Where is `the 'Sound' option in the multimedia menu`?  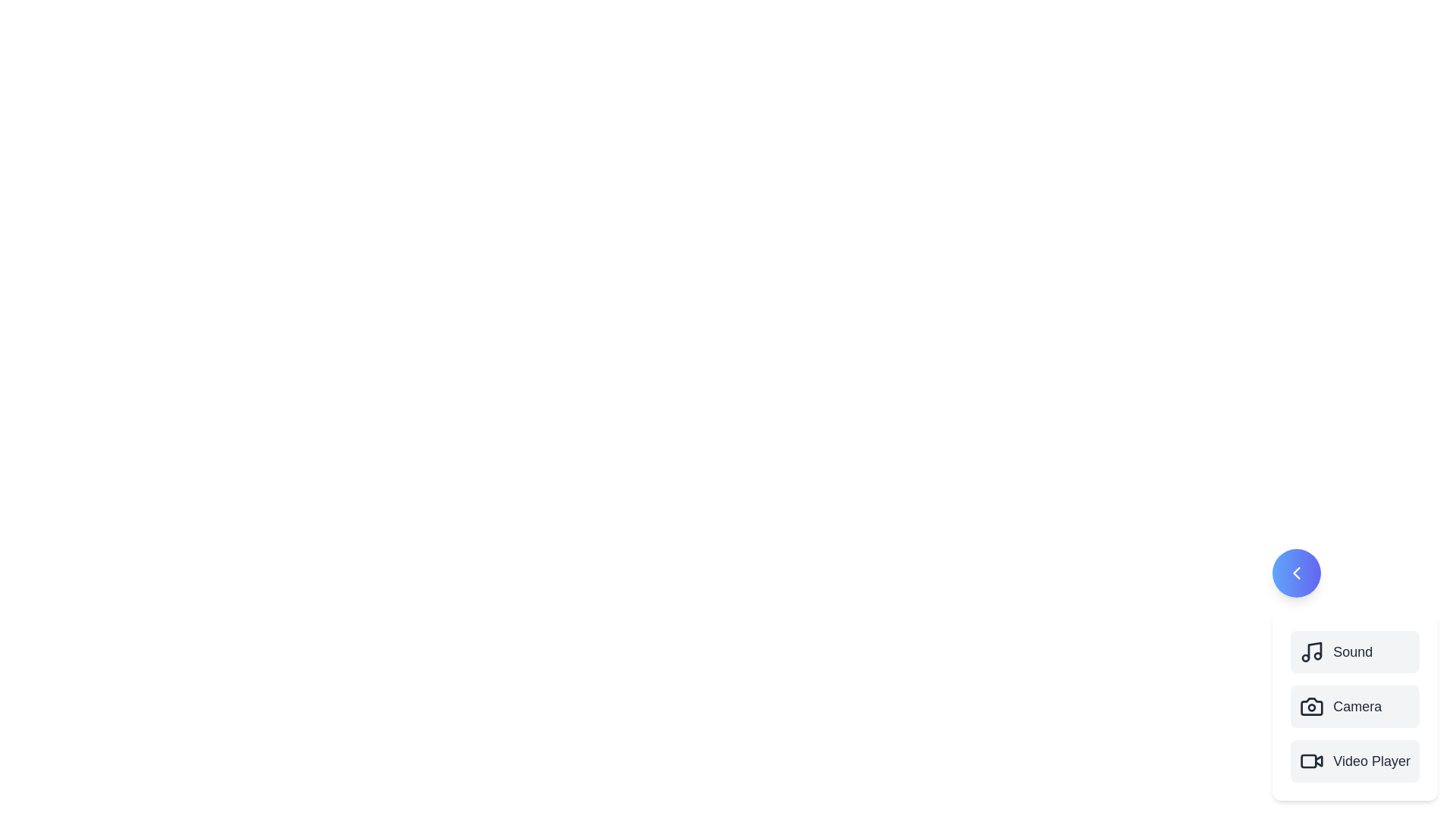 the 'Sound' option in the multimedia menu is located at coordinates (1354, 651).